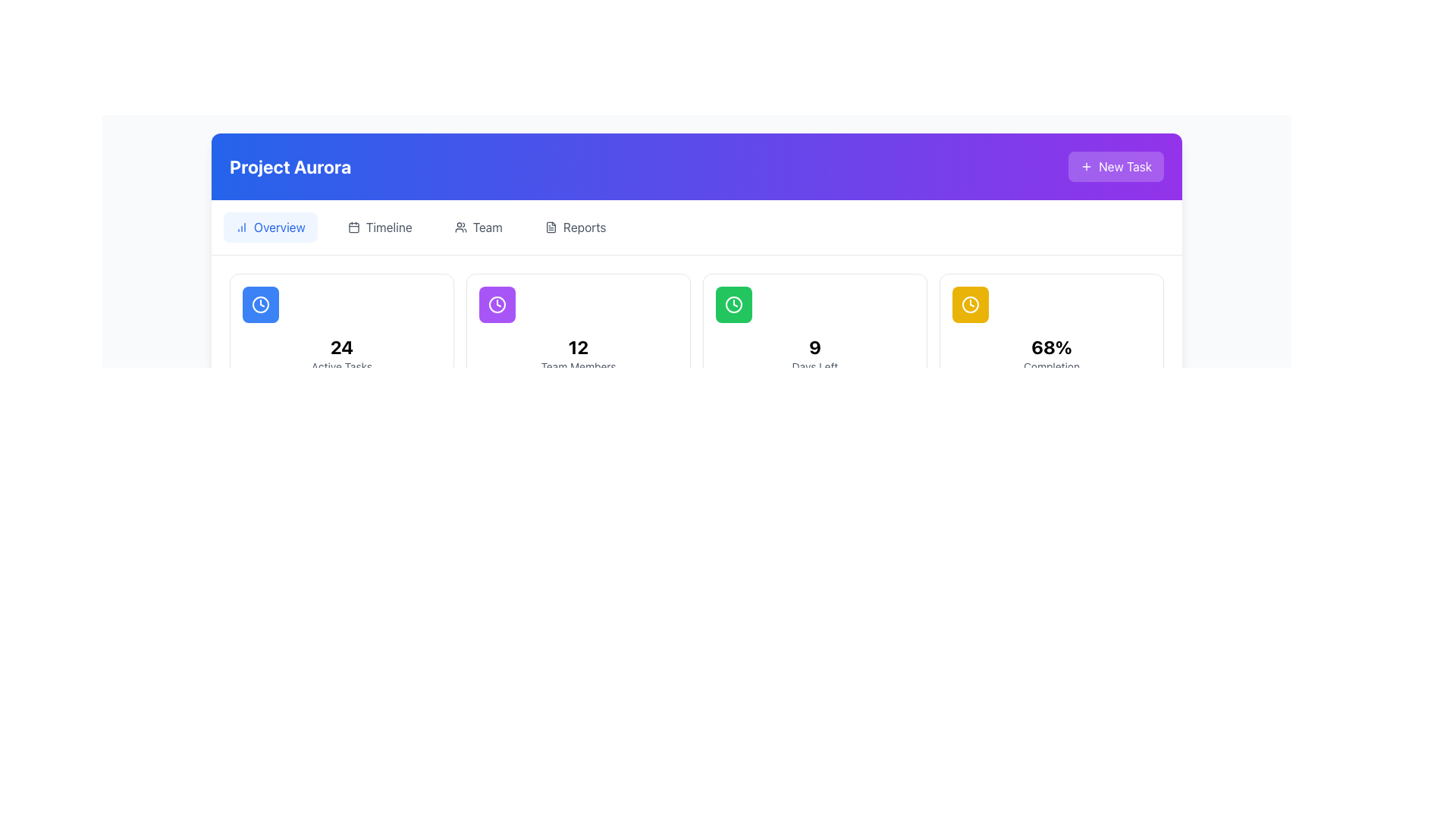  What do you see at coordinates (1051, 329) in the screenshot?
I see `the Informational Card that indicates '68% completion', which is the fourth card in a horizontal group of four cards` at bounding box center [1051, 329].